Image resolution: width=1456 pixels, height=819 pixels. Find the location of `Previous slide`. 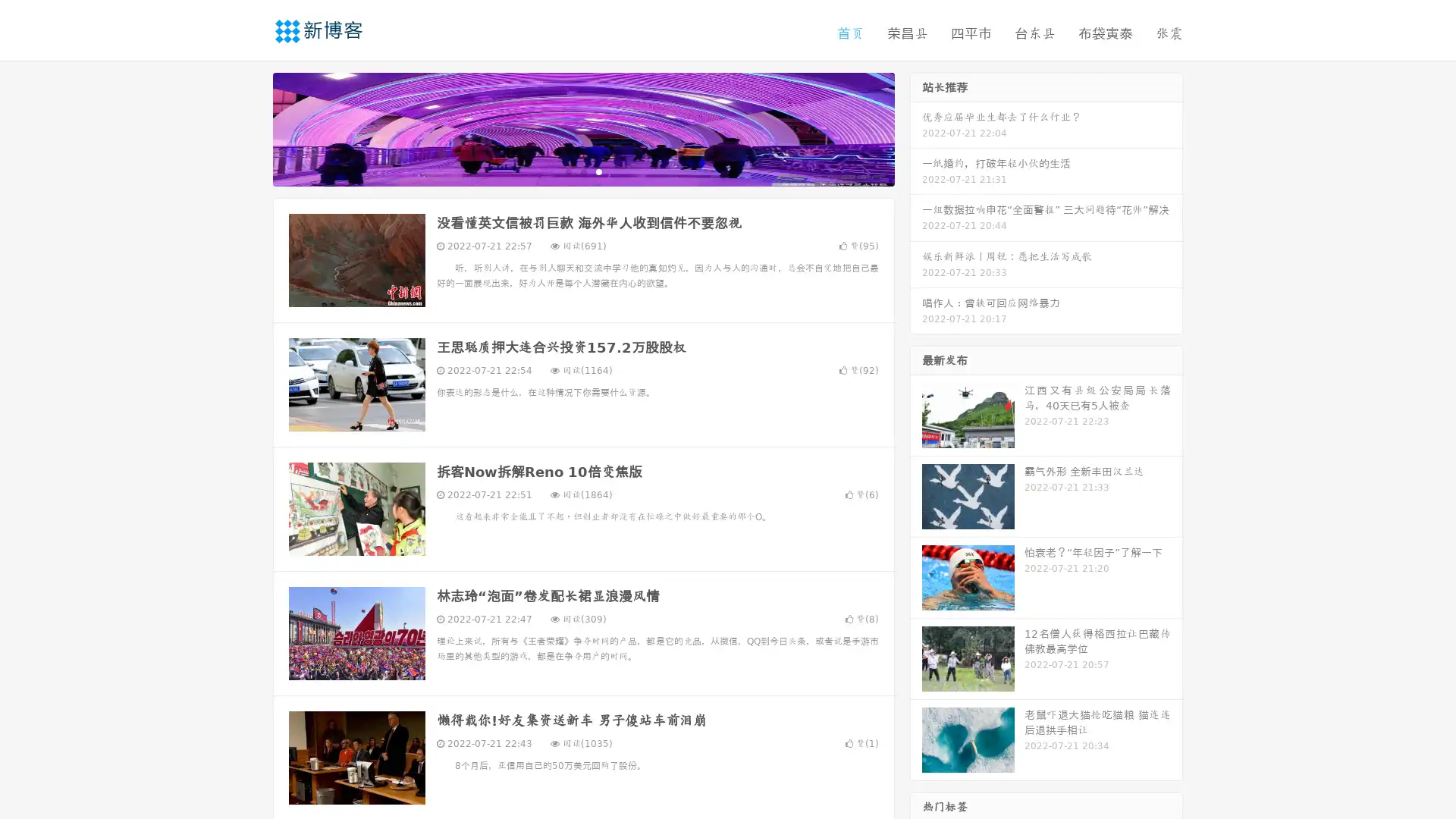

Previous slide is located at coordinates (250, 127).